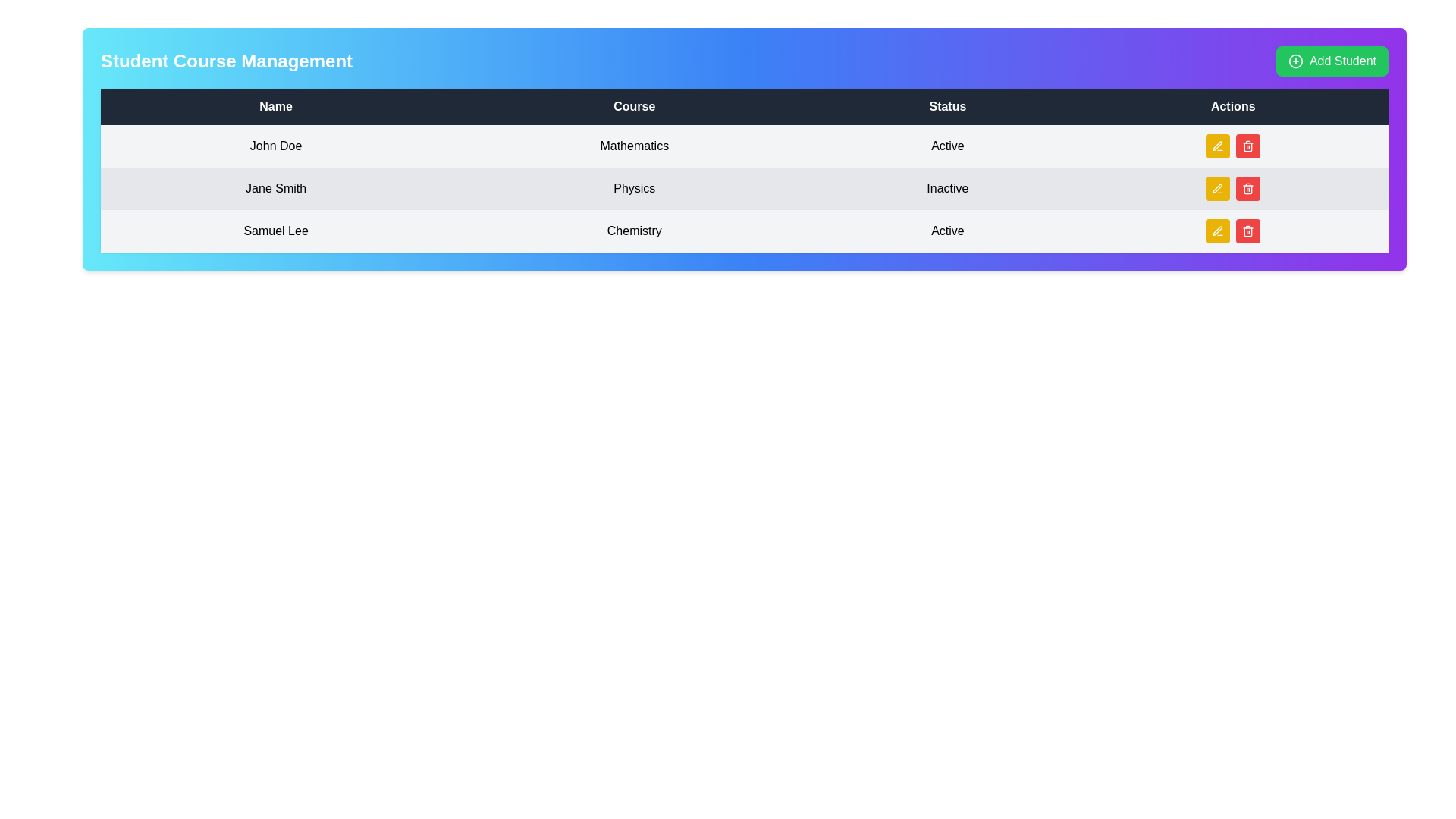 This screenshot has height=819, width=1456. Describe the element at coordinates (1248, 146) in the screenshot. I see `the deletion button located in the 'Actions' column of the first row in the table` at that location.